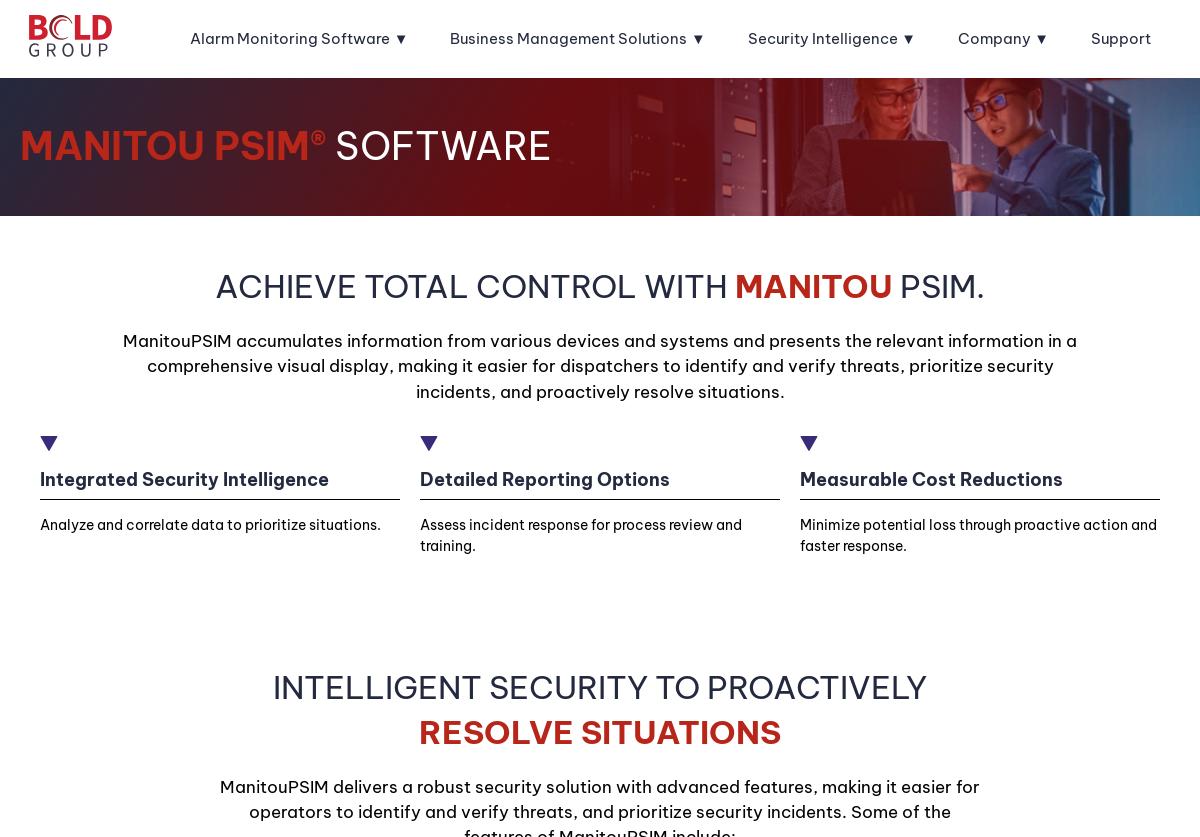 Image resolution: width=1200 pixels, height=837 pixels. Describe the element at coordinates (578, 533) in the screenshot. I see `'Assess incident response for process review and training.'` at that location.